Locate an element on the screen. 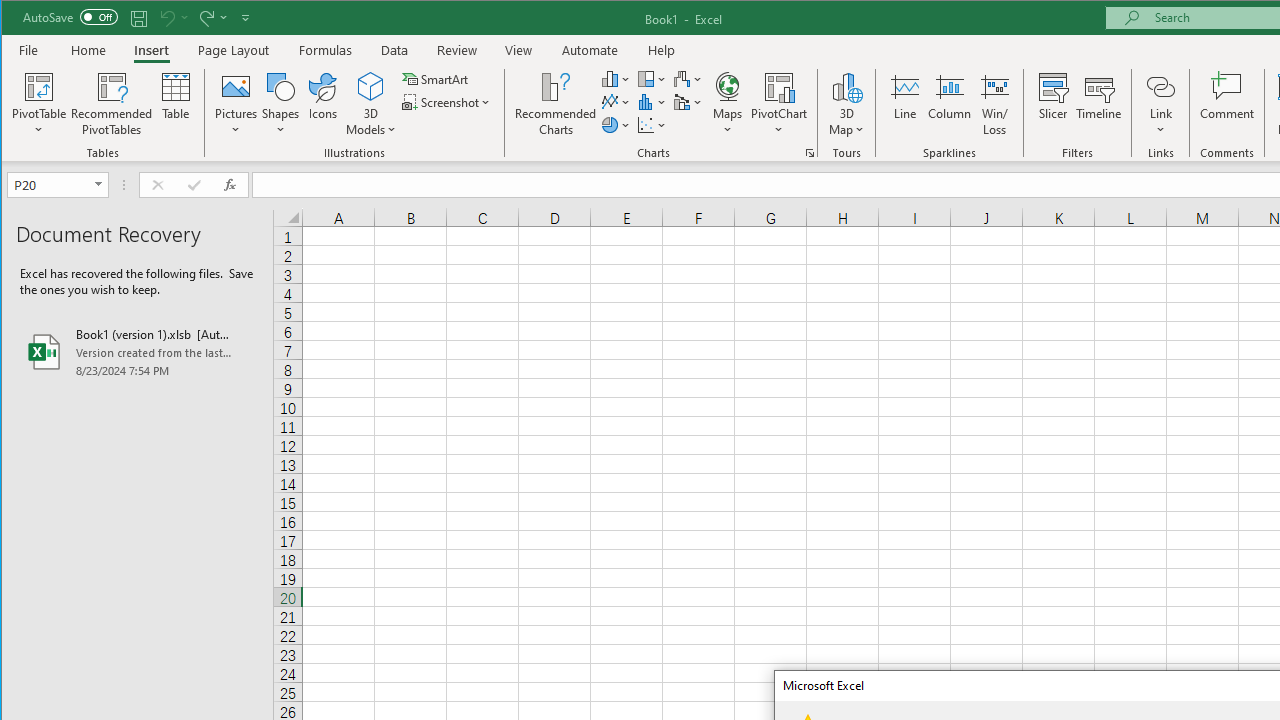 This screenshot has height=720, width=1280. 'Link' is located at coordinates (1160, 104).